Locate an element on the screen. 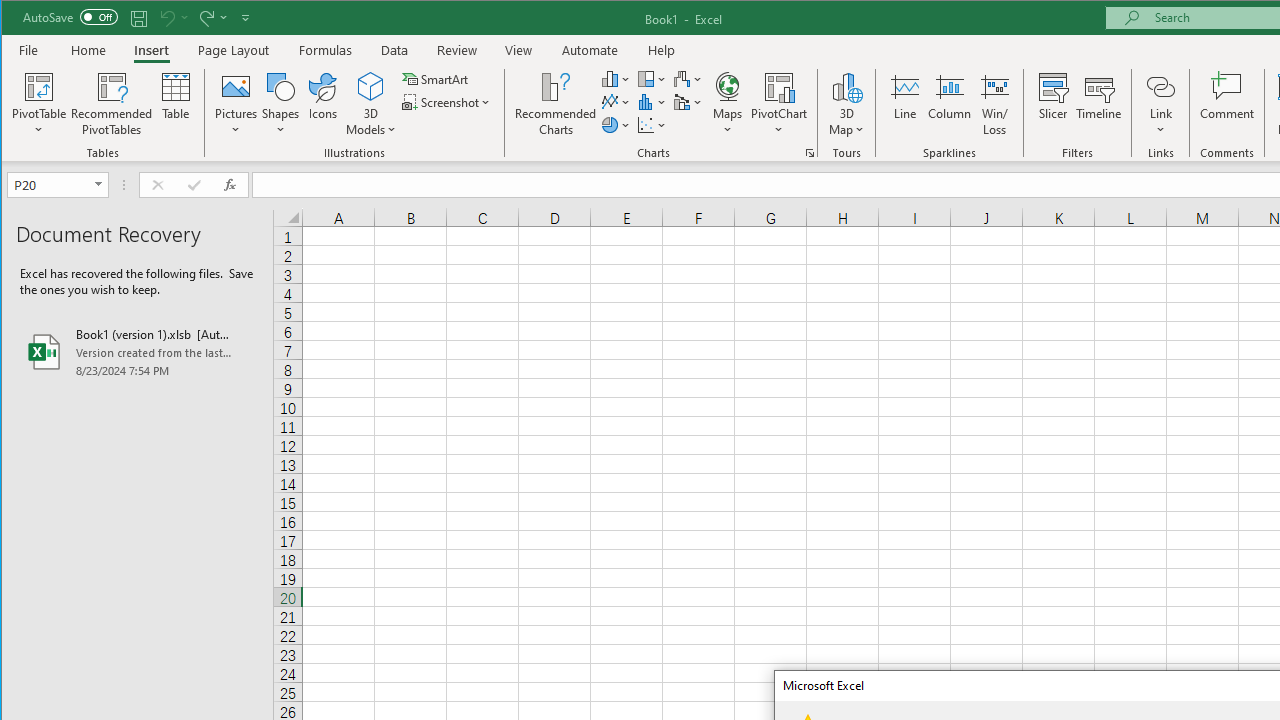 This screenshot has height=720, width=1280. 'Link' is located at coordinates (1160, 104).